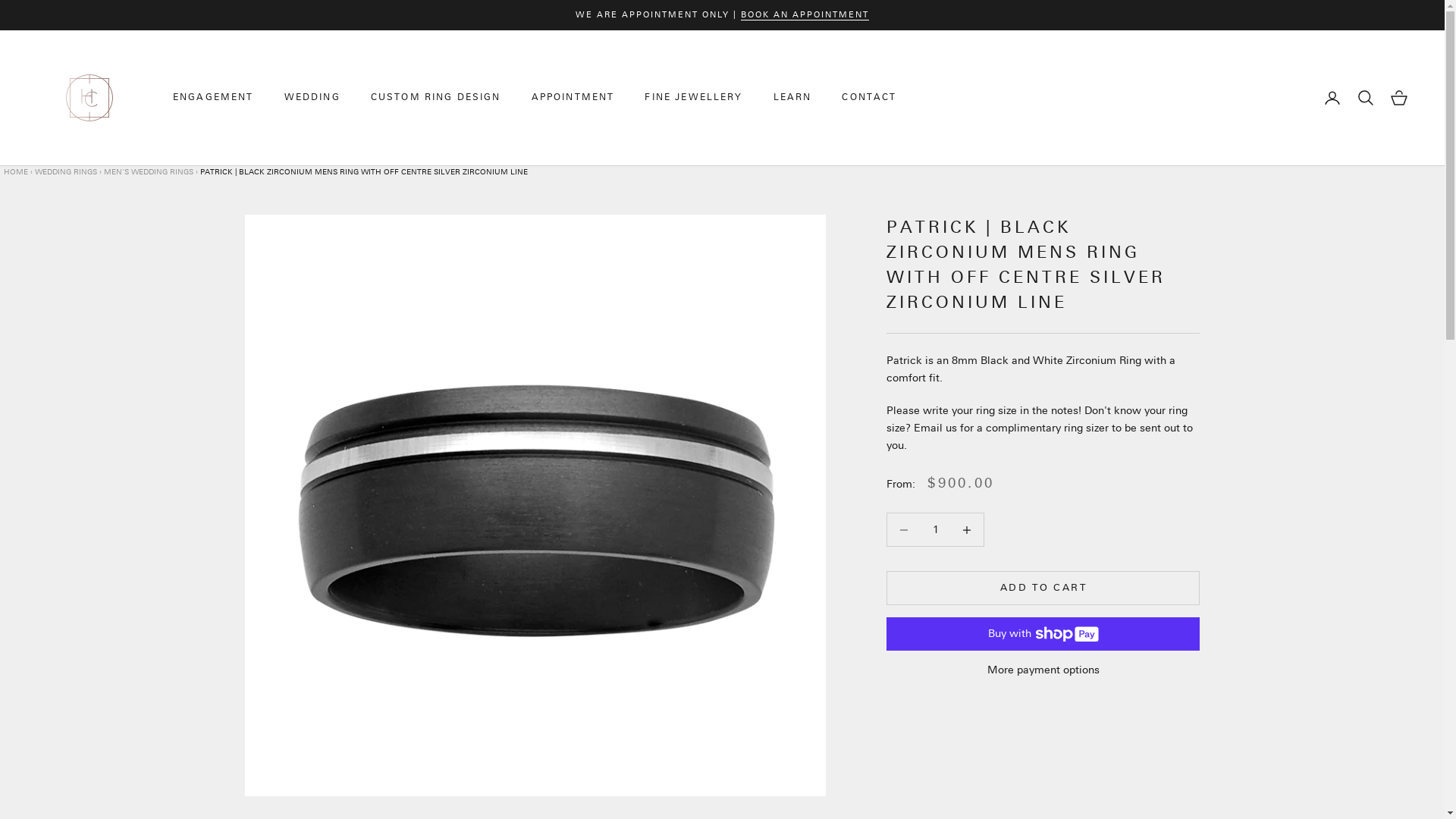  Describe the element at coordinates (17, 171) in the screenshot. I see `'HOME'` at that location.